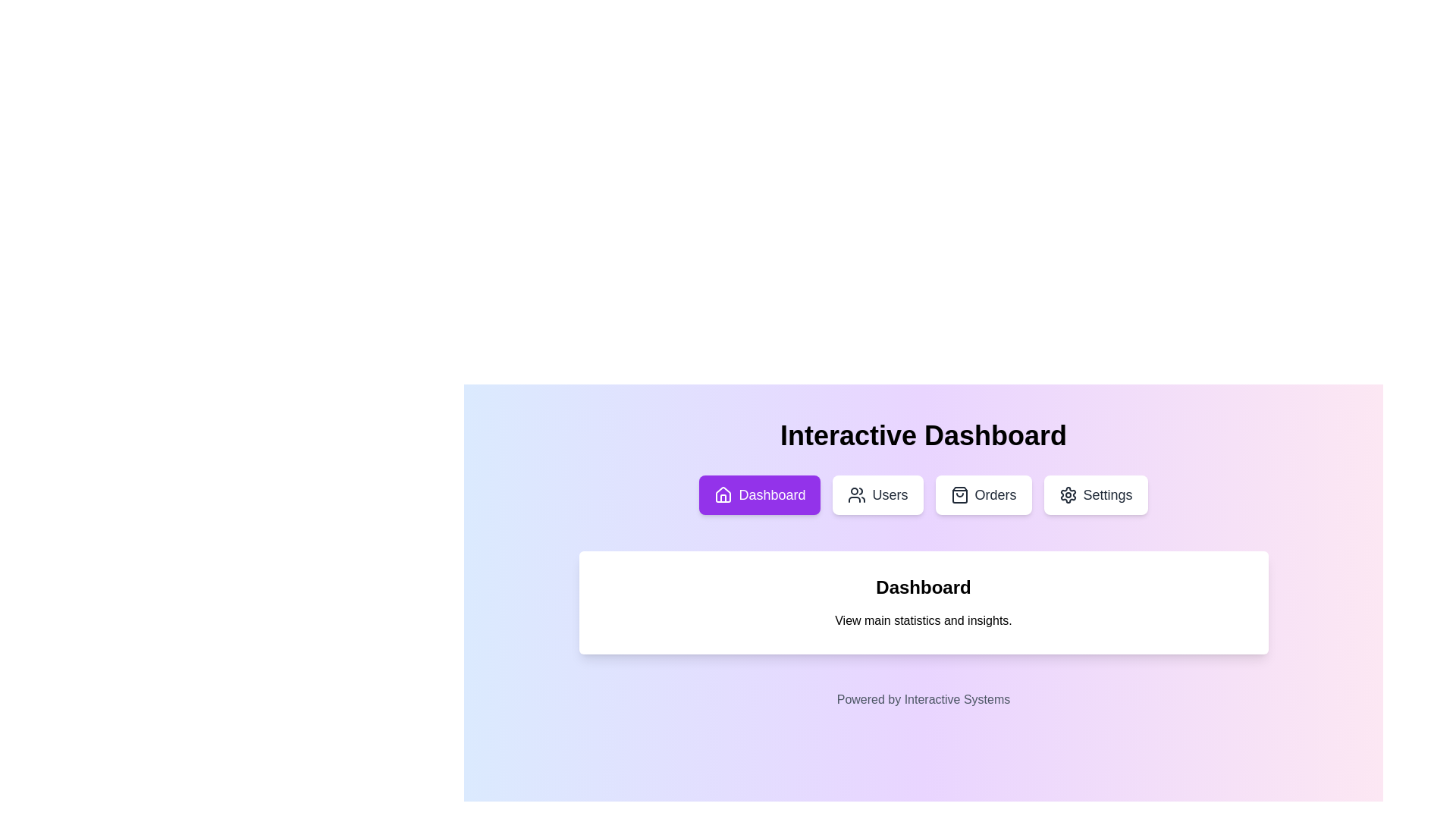 The width and height of the screenshot is (1456, 819). I want to click on the 'Orders' button, which is the third button in a row of four at the top-center of the interface, so click(983, 494).